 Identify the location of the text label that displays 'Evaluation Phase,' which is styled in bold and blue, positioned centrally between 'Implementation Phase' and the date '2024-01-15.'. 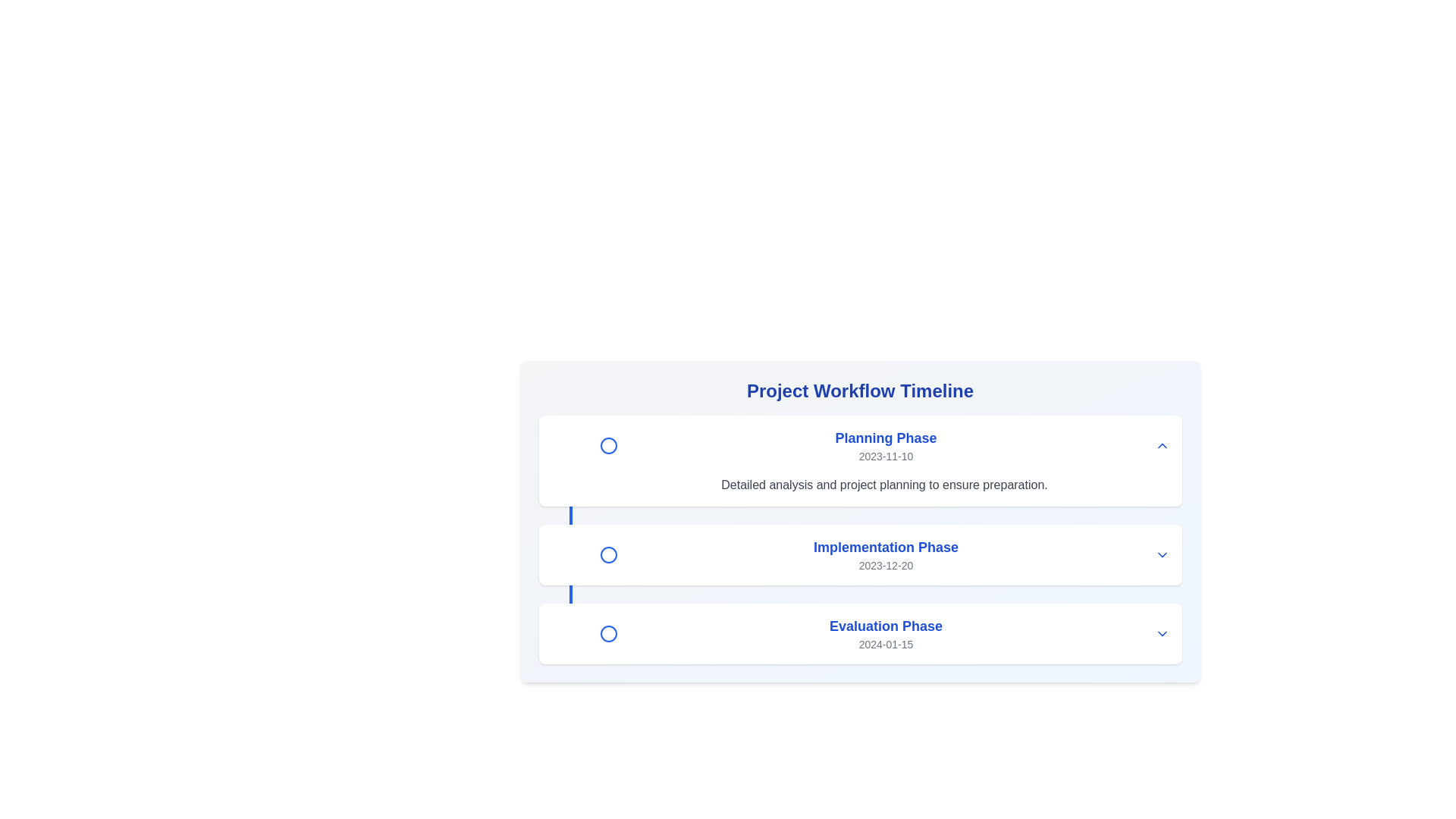
(886, 626).